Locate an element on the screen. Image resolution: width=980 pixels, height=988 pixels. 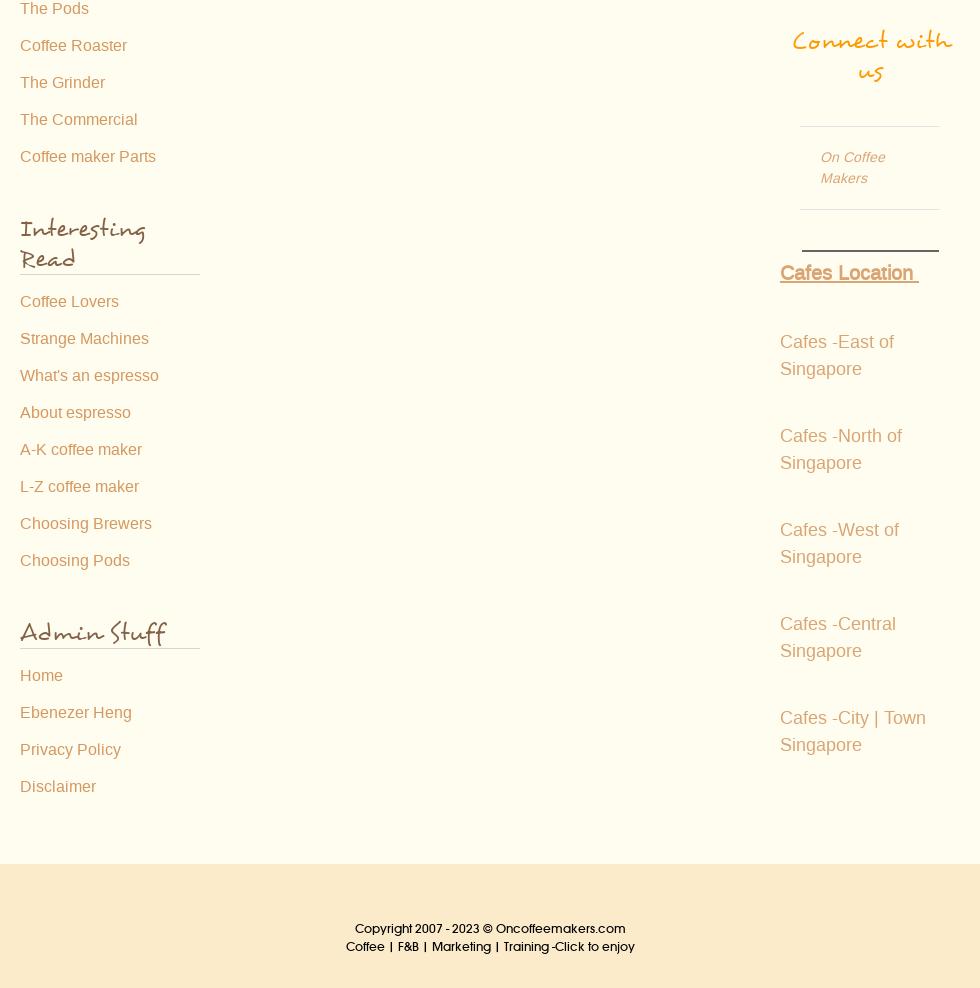
'Coffee Roaster' is located at coordinates (19, 45).